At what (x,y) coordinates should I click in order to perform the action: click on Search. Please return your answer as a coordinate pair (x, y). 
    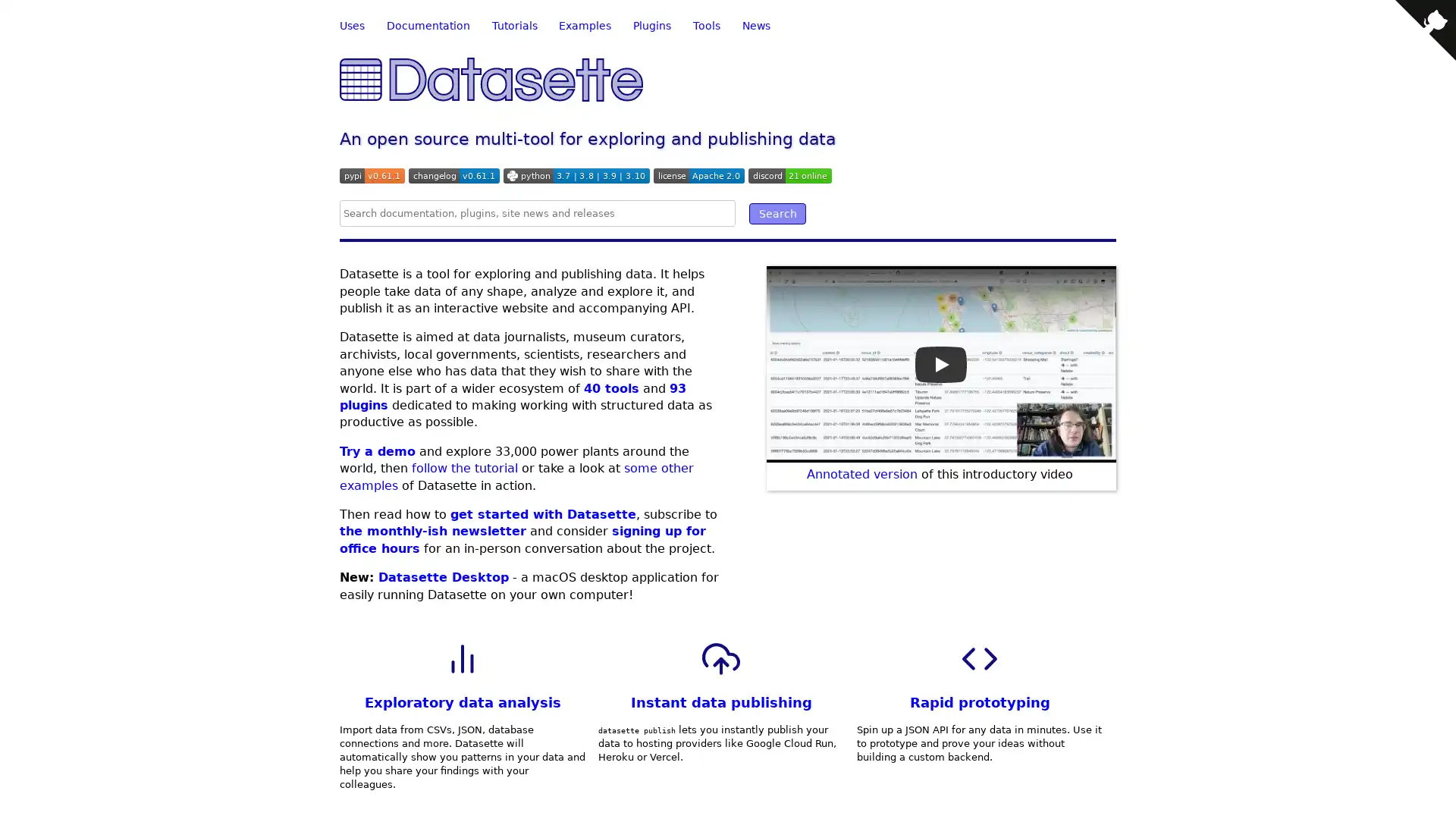
    Looking at the image, I should click on (777, 213).